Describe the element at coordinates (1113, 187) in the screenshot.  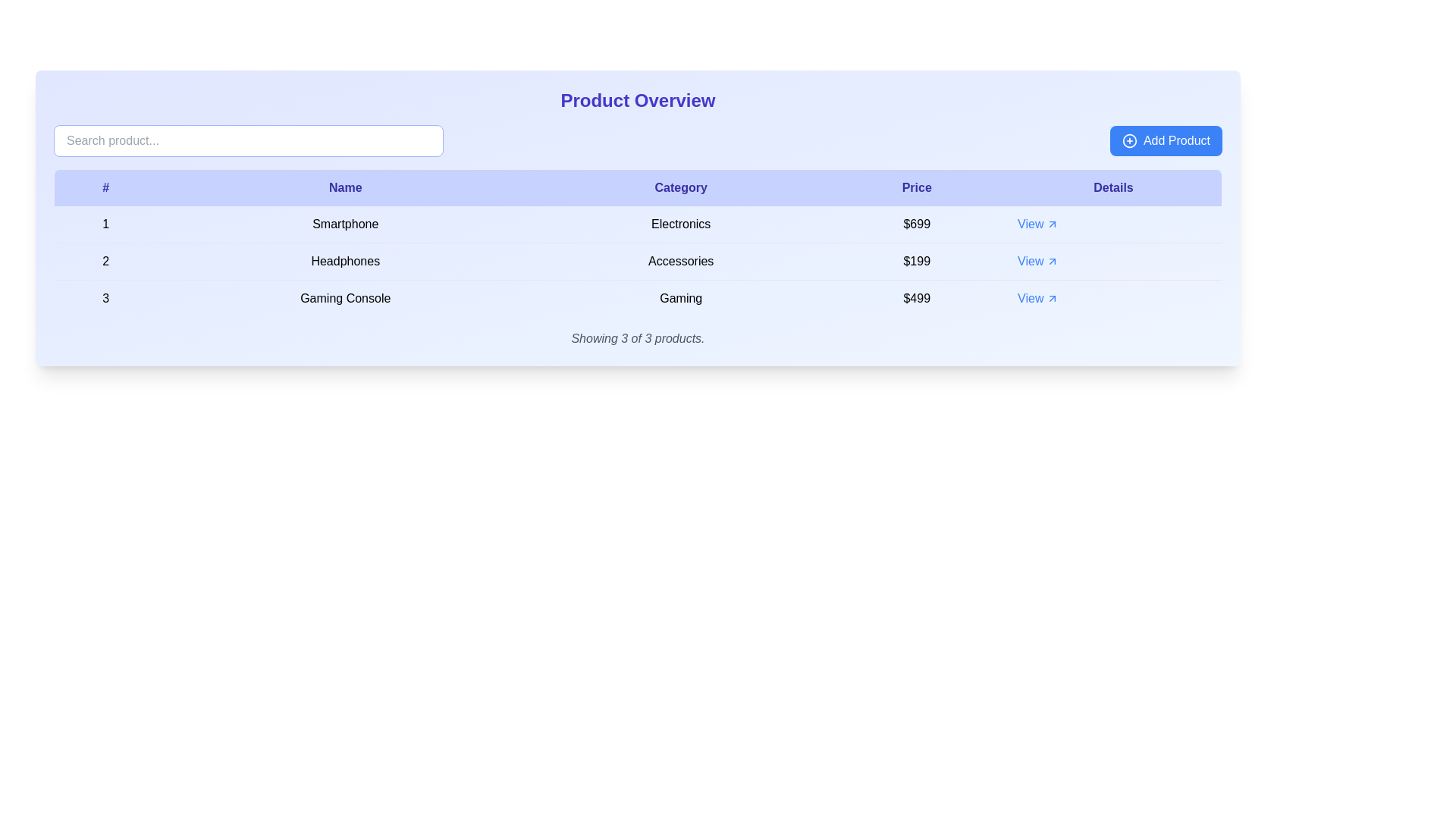
I see `the 'Details' text label, which is a purple styled label located in the light blue header bar, positioned to the far right, adjacent to the 'Price' column` at that location.